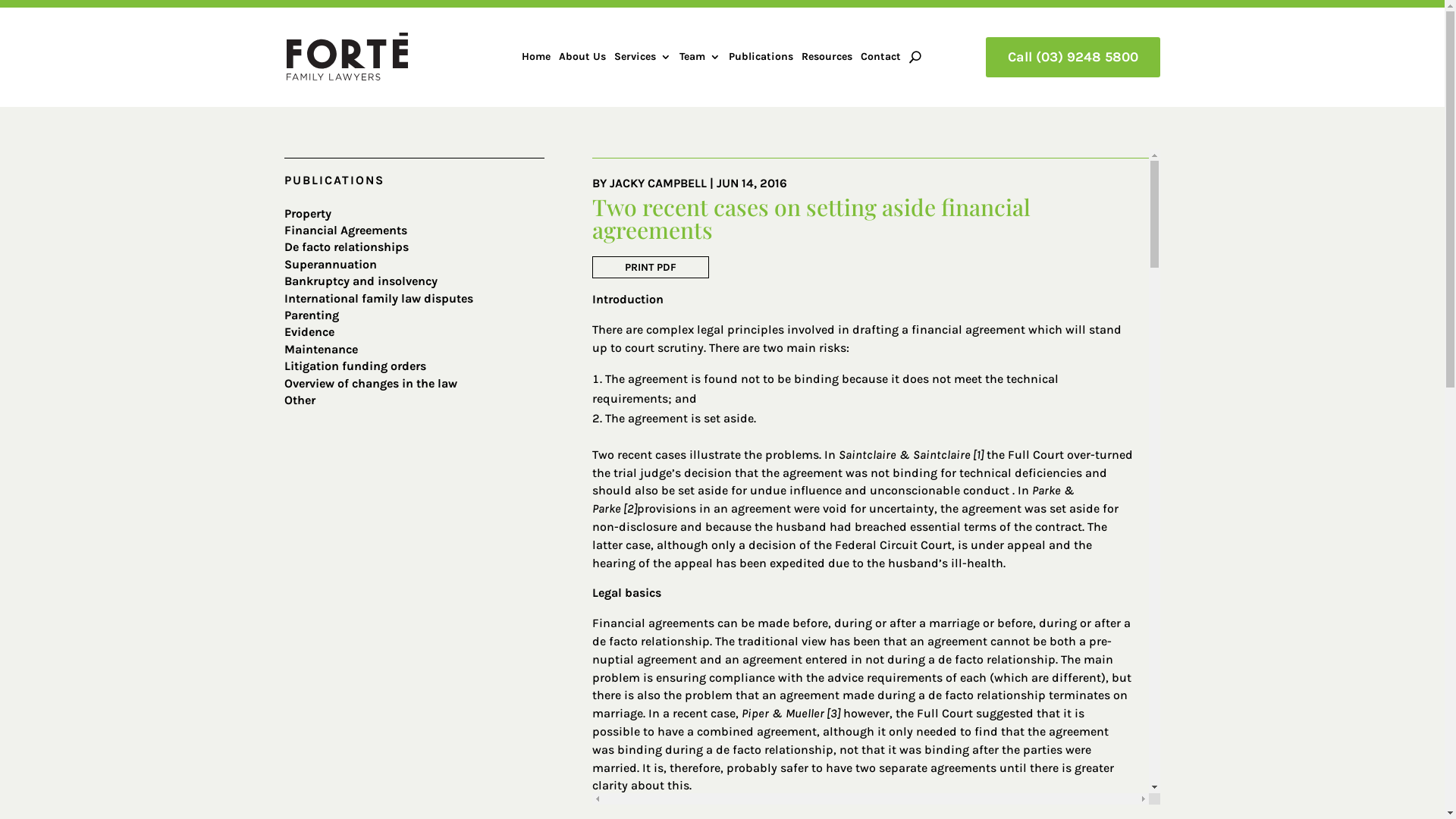 The height and width of the screenshot is (819, 1456). What do you see at coordinates (300, 399) in the screenshot?
I see `'Other'` at bounding box center [300, 399].